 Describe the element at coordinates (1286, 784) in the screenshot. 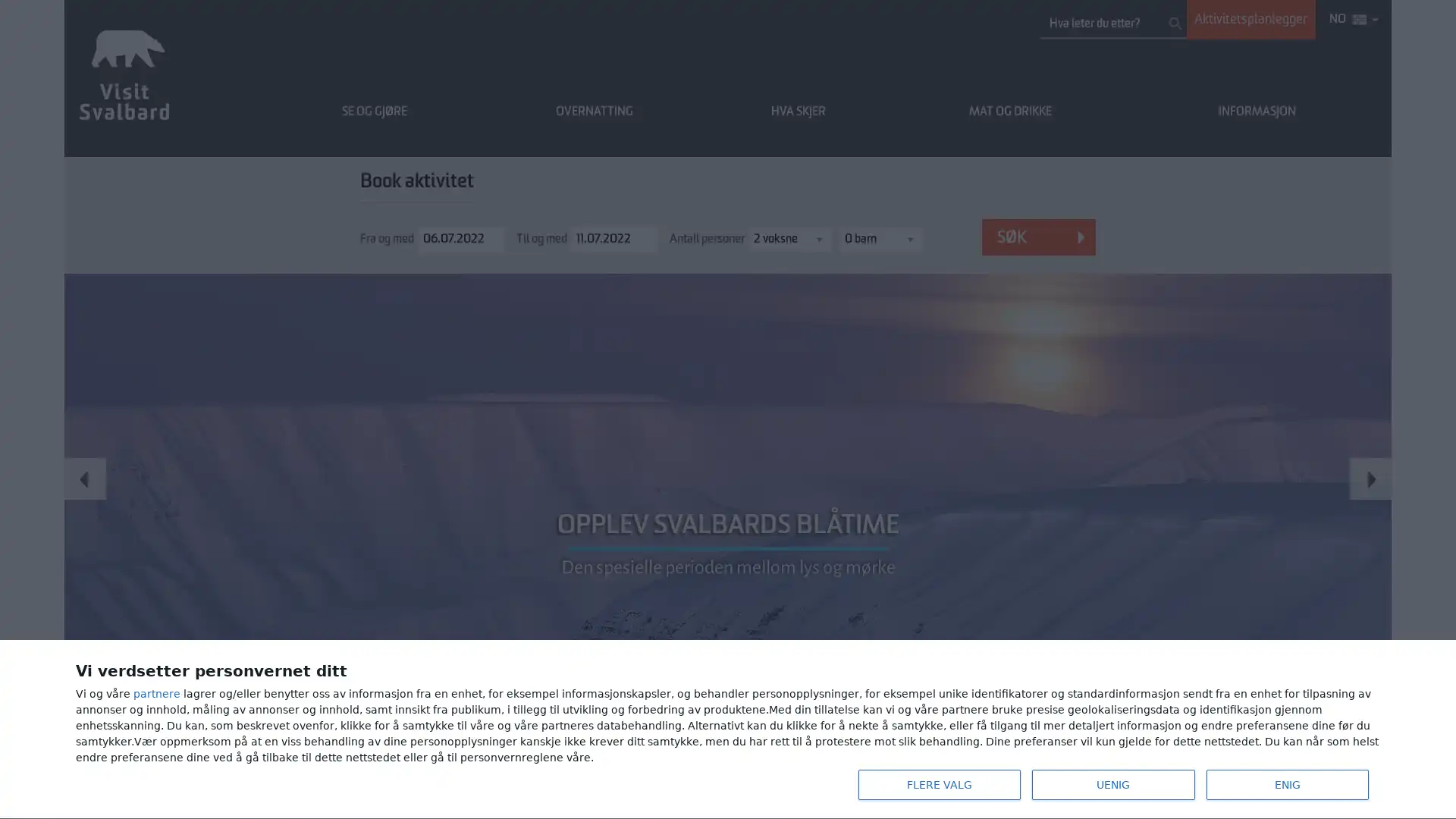

I see `ENIG` at that location.